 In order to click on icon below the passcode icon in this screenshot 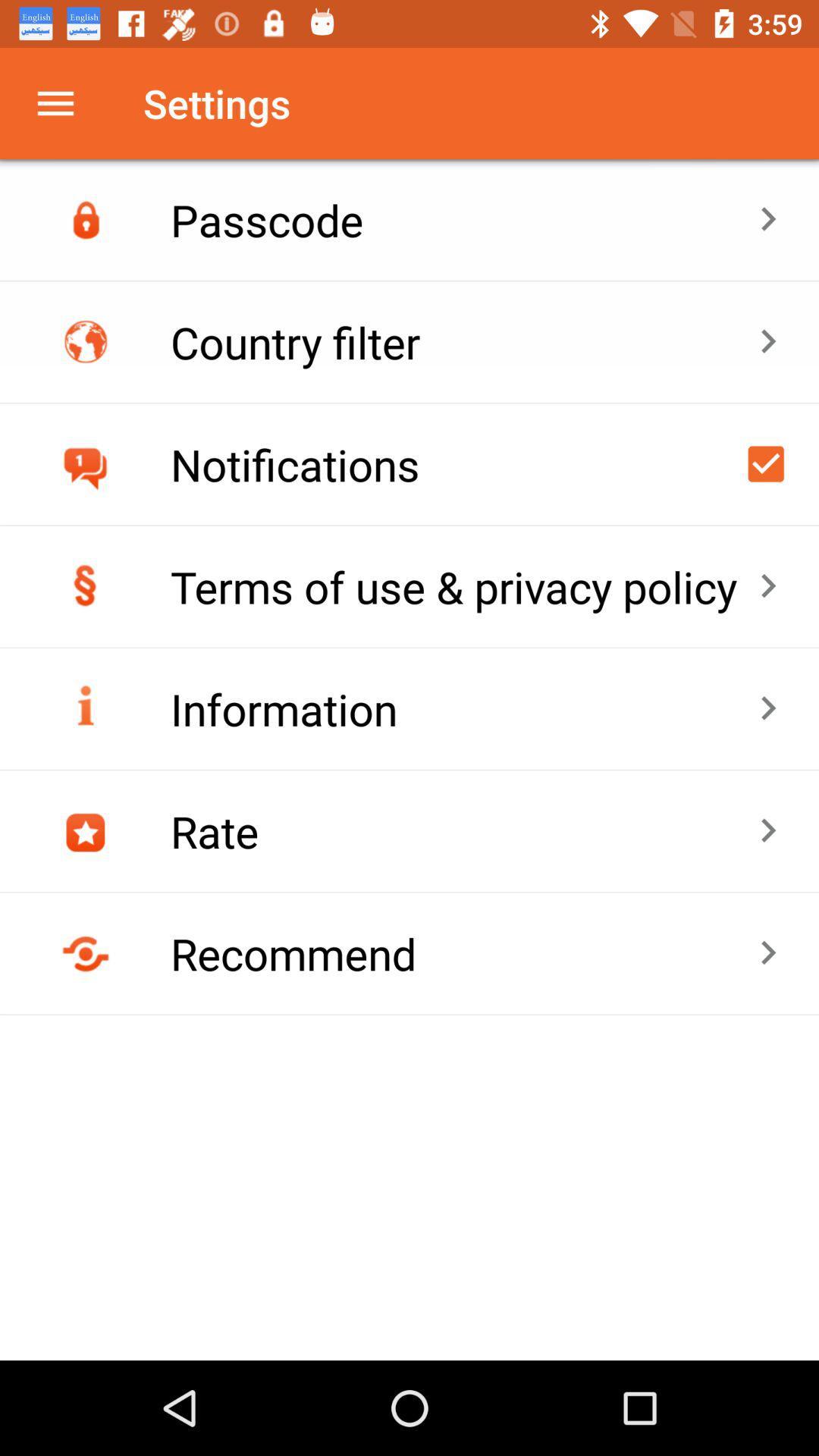, I will do `click(463, 341)`.